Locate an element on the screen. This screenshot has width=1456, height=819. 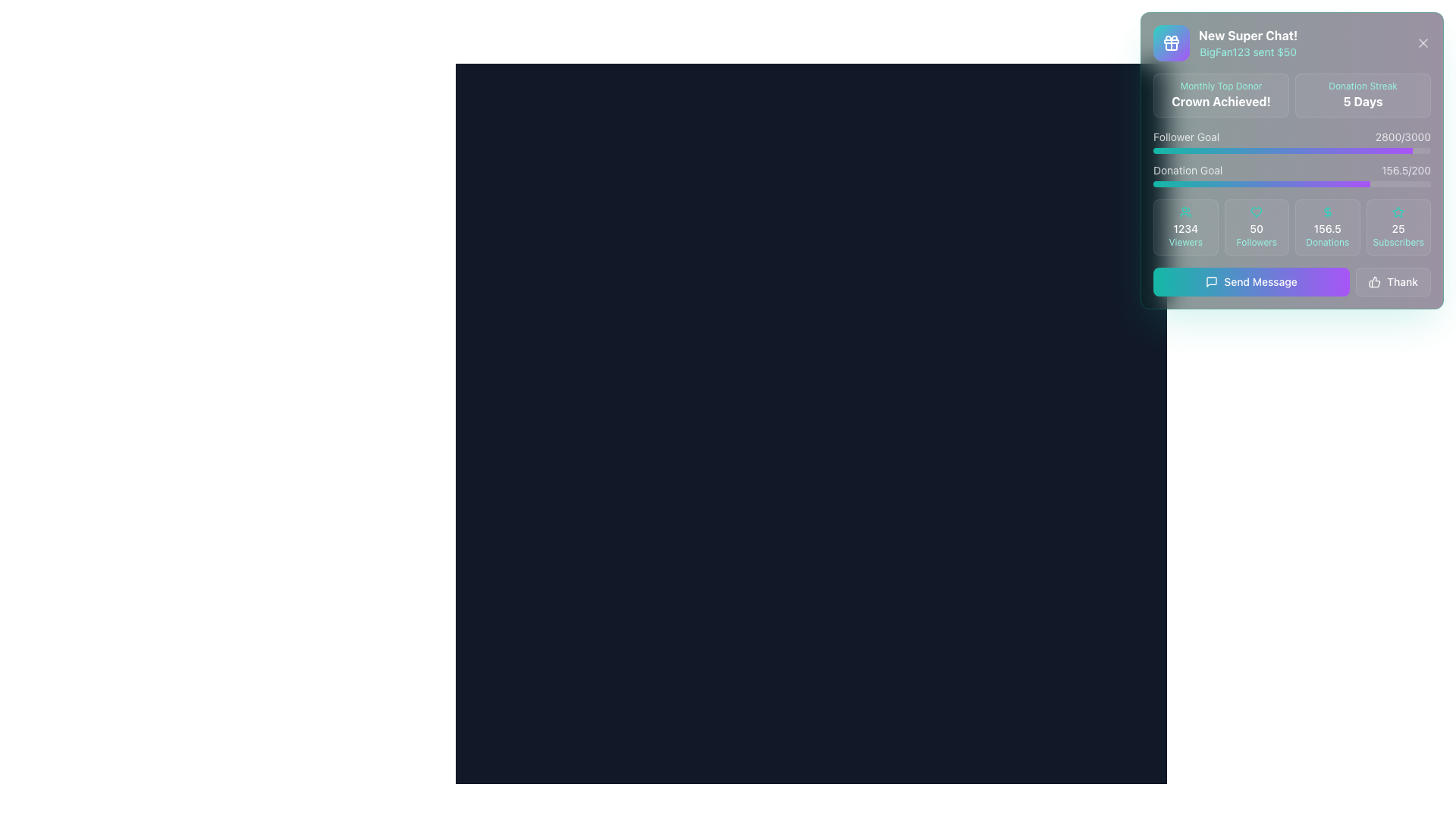
text content of the white-colored label displaying the number '25', which is centrally positioned above the word 'subscribers' and below a star icon is located at coordinates (1398, 228).